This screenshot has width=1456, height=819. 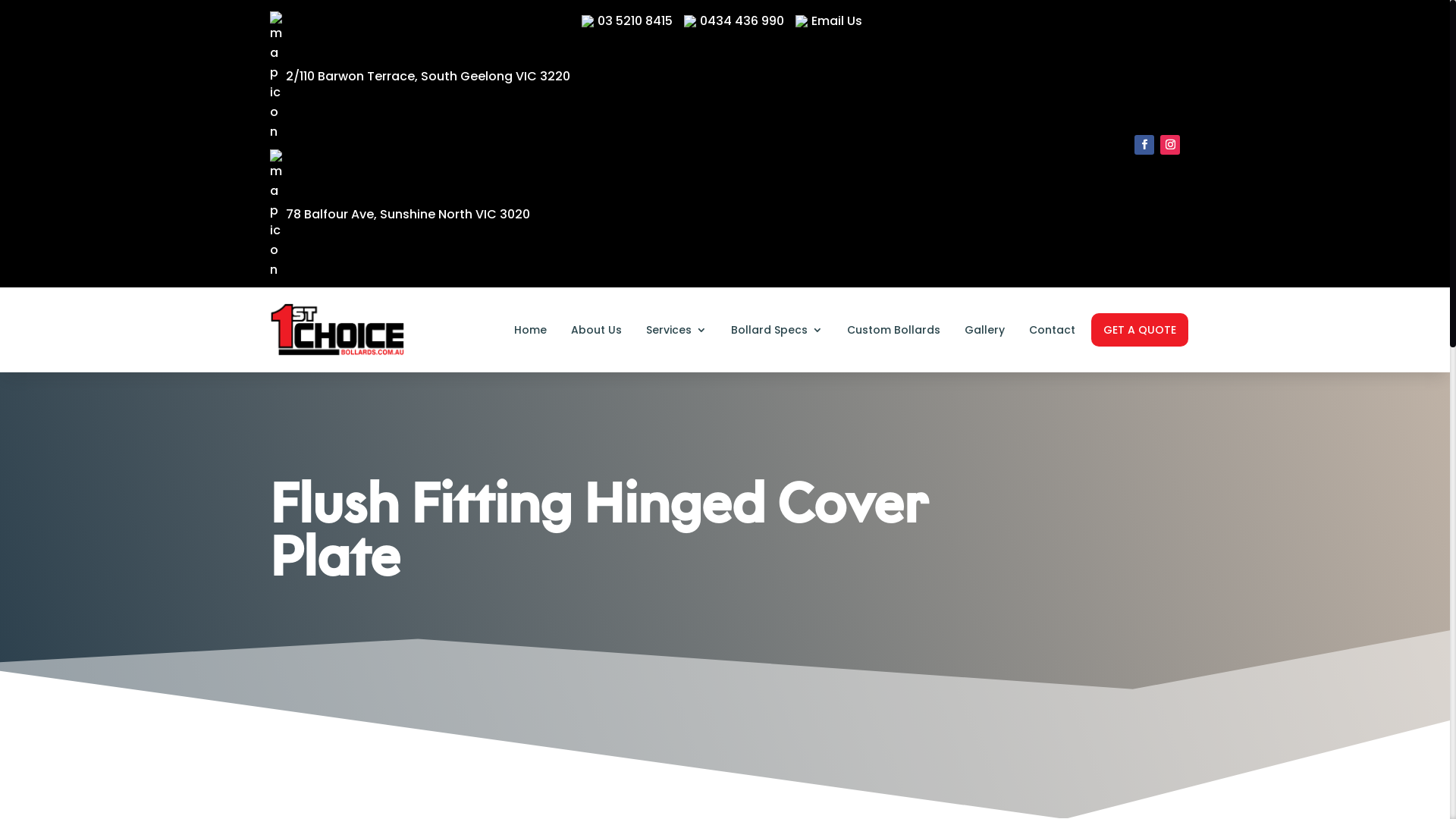 I want to click on 'Gallery', so click(x=984, y=329).